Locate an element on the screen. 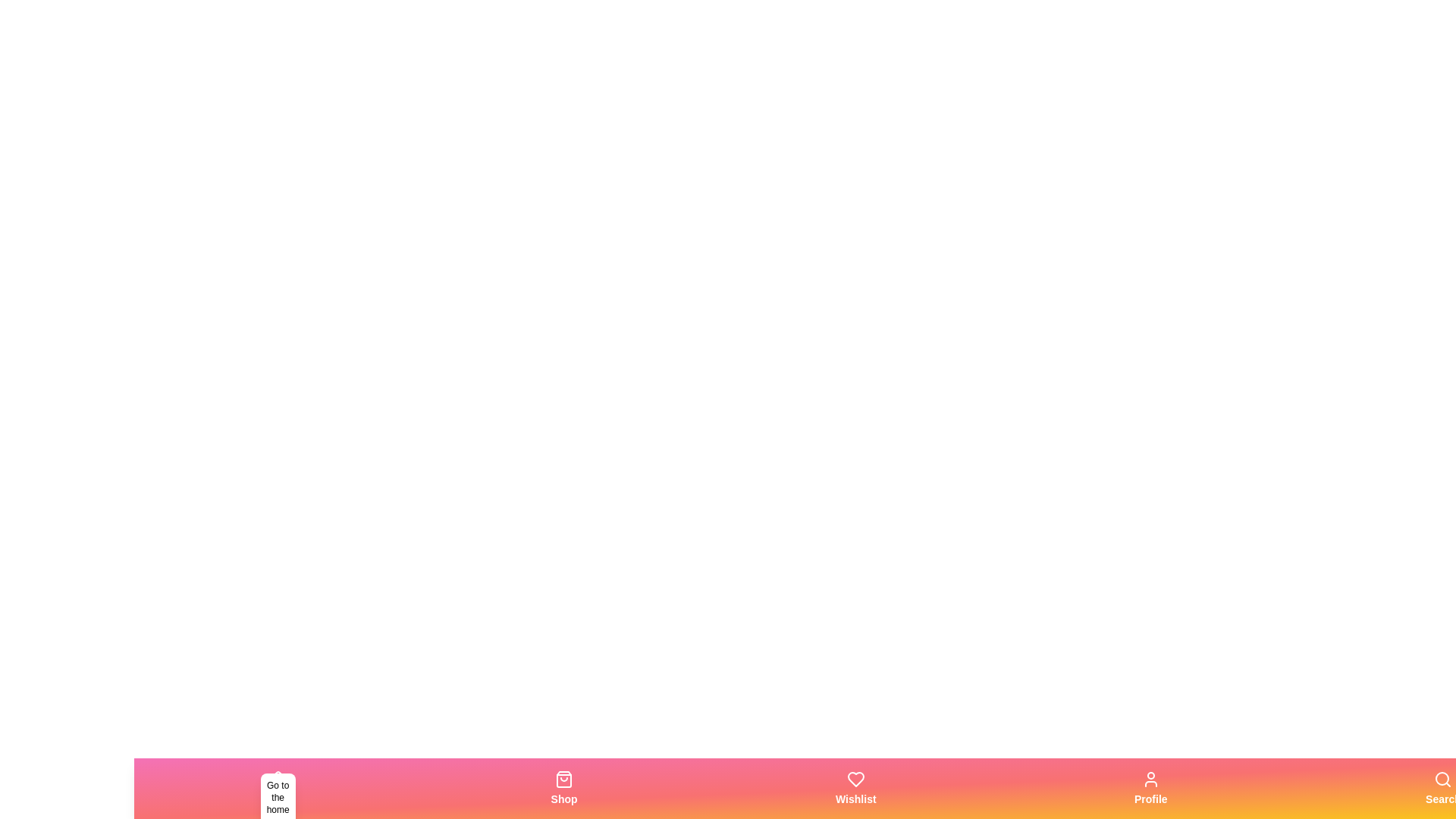 The width and height of the screenshot is (1456, 819). the Search tab in the bottom navigation bar is located at coordinates (1442, 788).